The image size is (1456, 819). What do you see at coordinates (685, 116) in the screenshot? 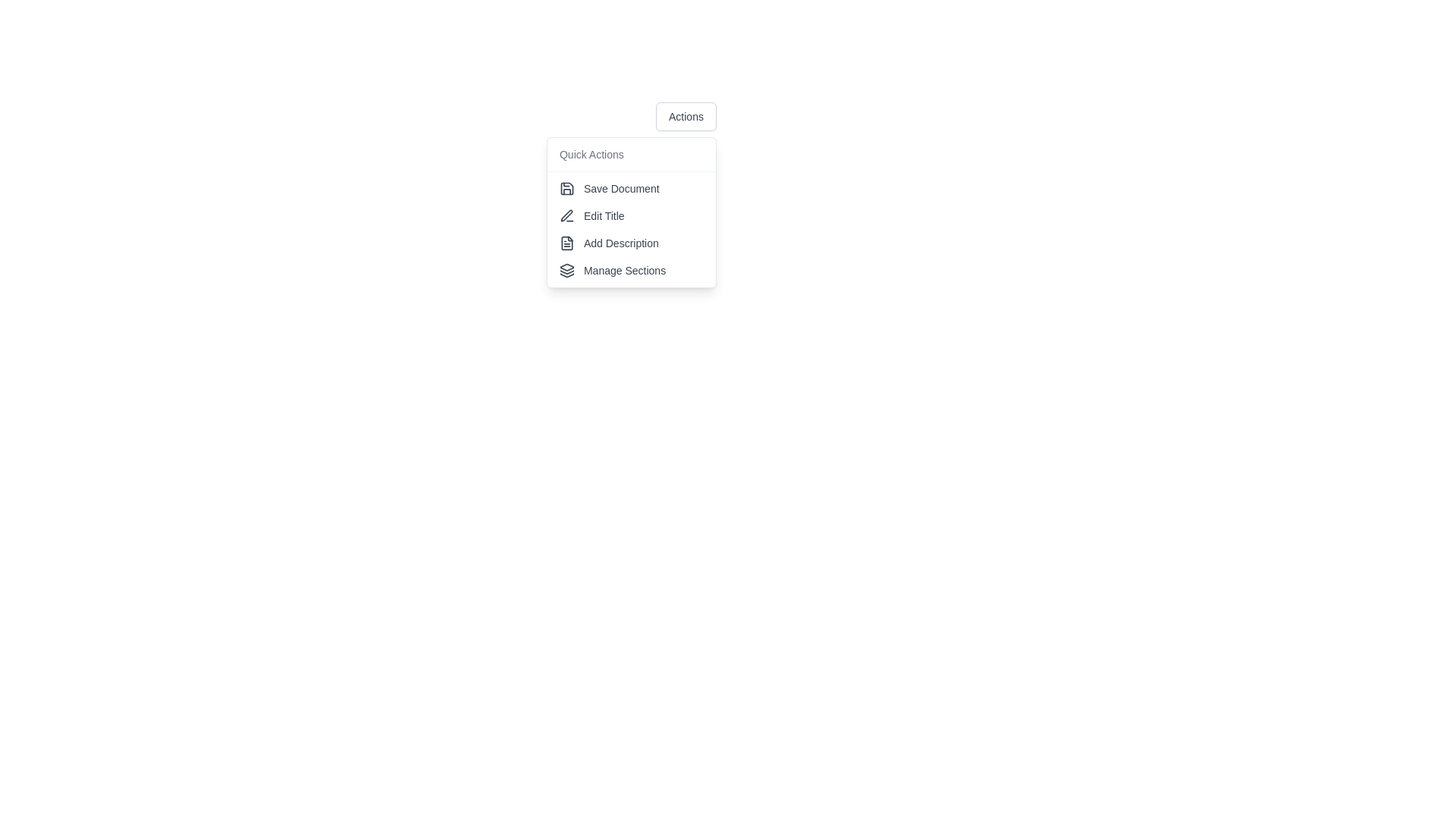
I see `the button located near the top of the dropdown menu that displays additional options like 'Save Document', 'Edit Title', and 'Add Description'` at bounding box center [685, 116].